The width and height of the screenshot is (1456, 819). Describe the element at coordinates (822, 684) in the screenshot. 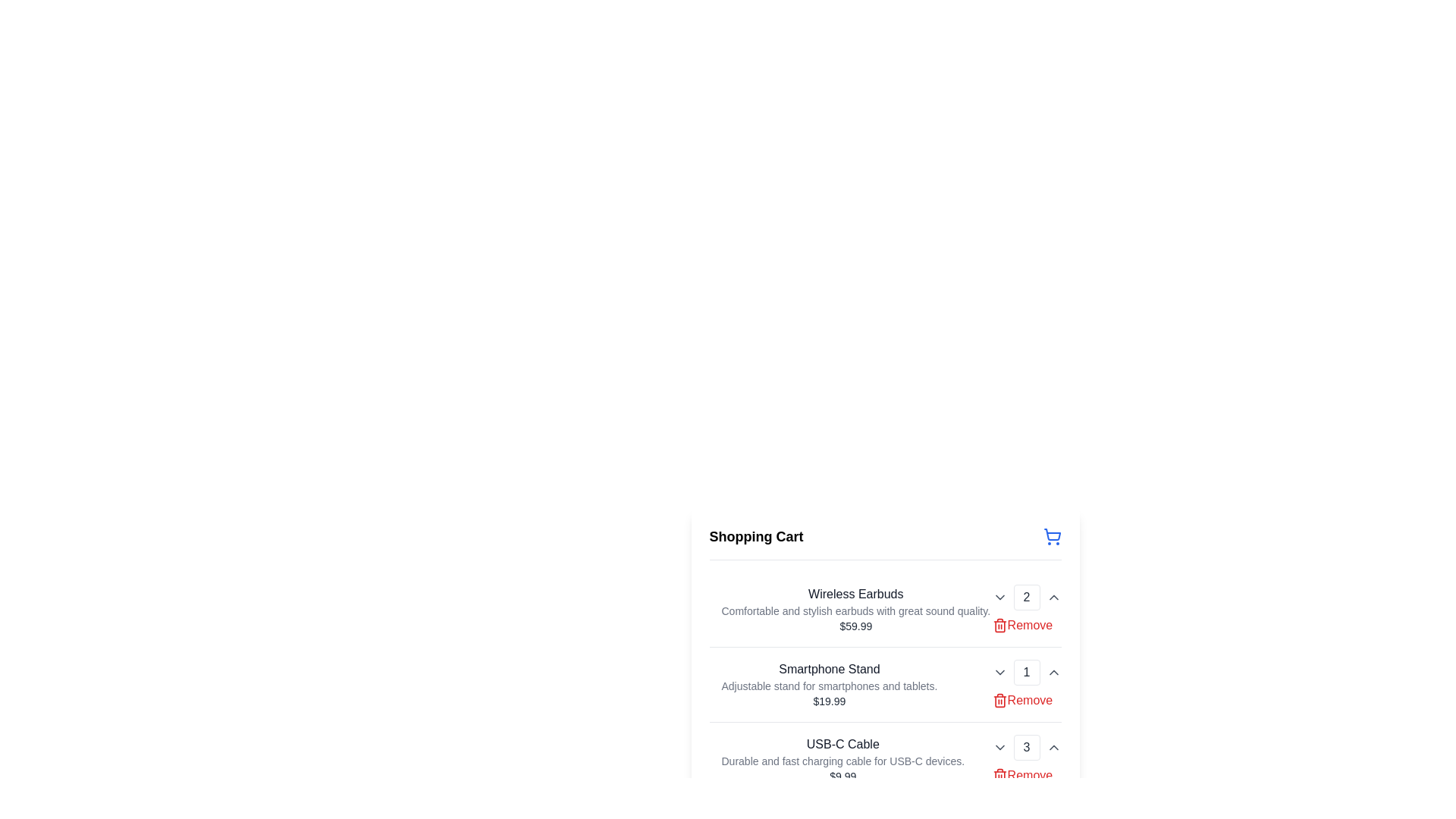

I see `the text block labeled 'Smartphone Stand' which includes the description 'Adjustable stand for smartphones and tablets.' and the price '$19.99'` at that location.